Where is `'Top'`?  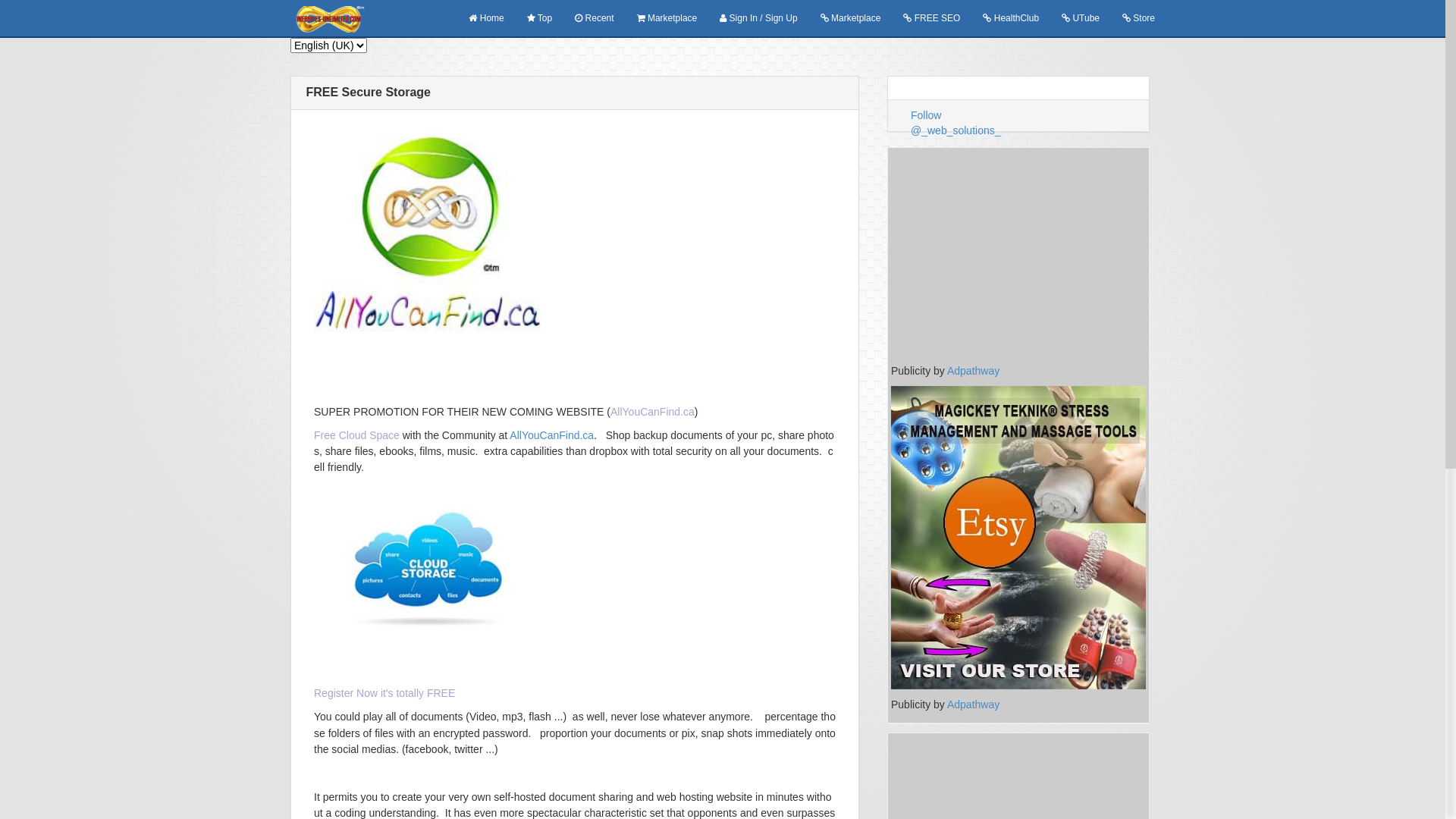
'Top' is located at coordinates (539, 17).